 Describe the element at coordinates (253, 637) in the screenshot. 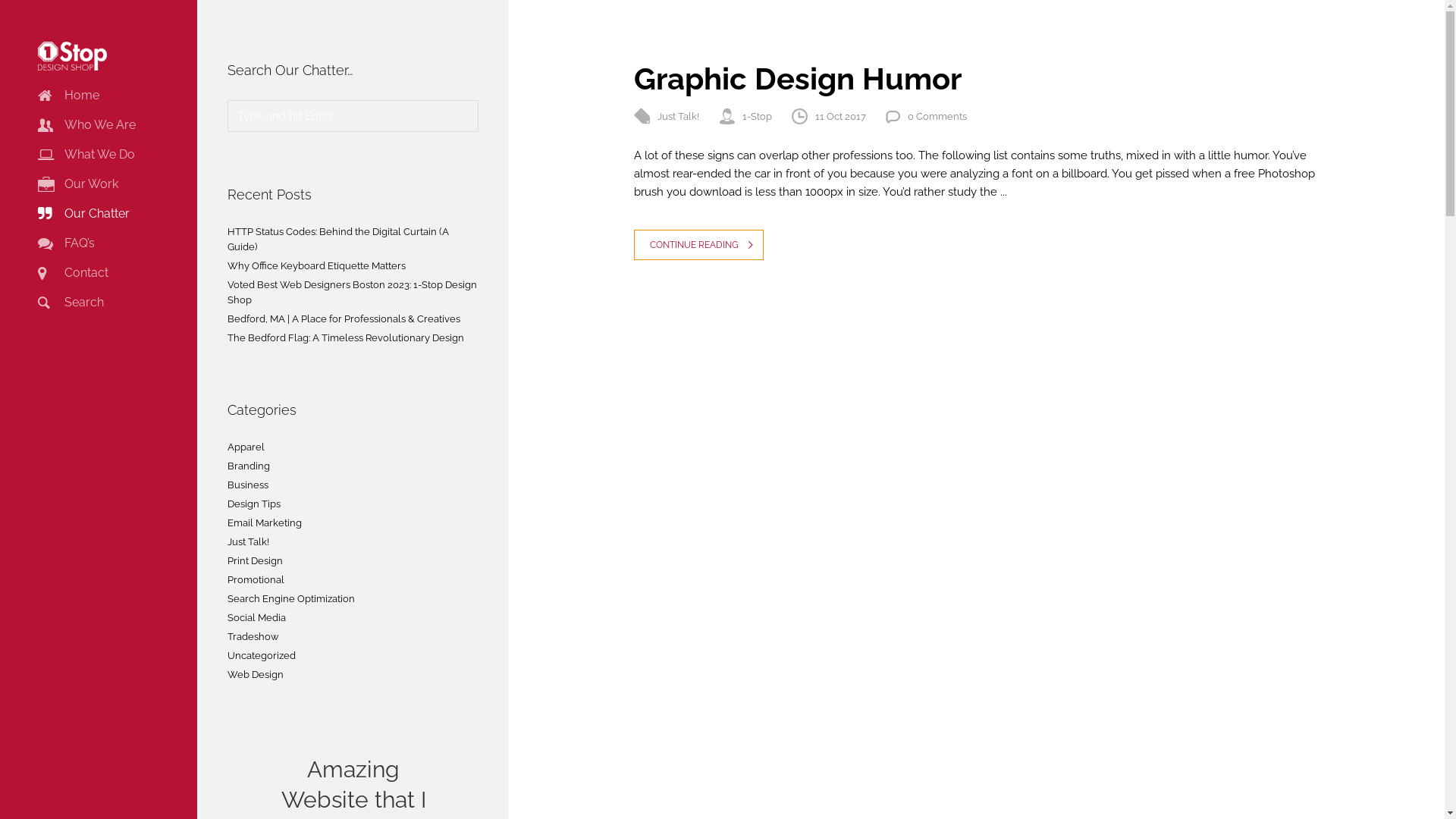

I see `'Tradeshow'` at that location.